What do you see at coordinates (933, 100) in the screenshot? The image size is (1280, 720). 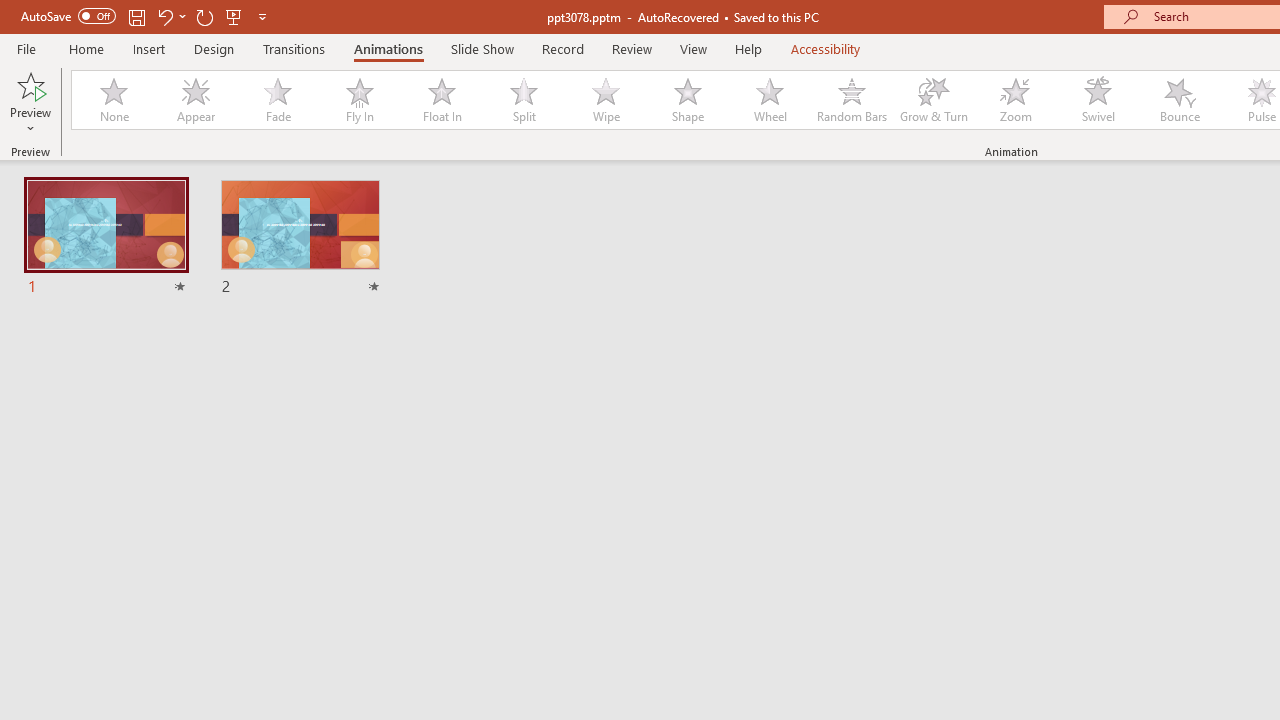 I see `'Grow & Turn'` at bounding box center [933, 100].